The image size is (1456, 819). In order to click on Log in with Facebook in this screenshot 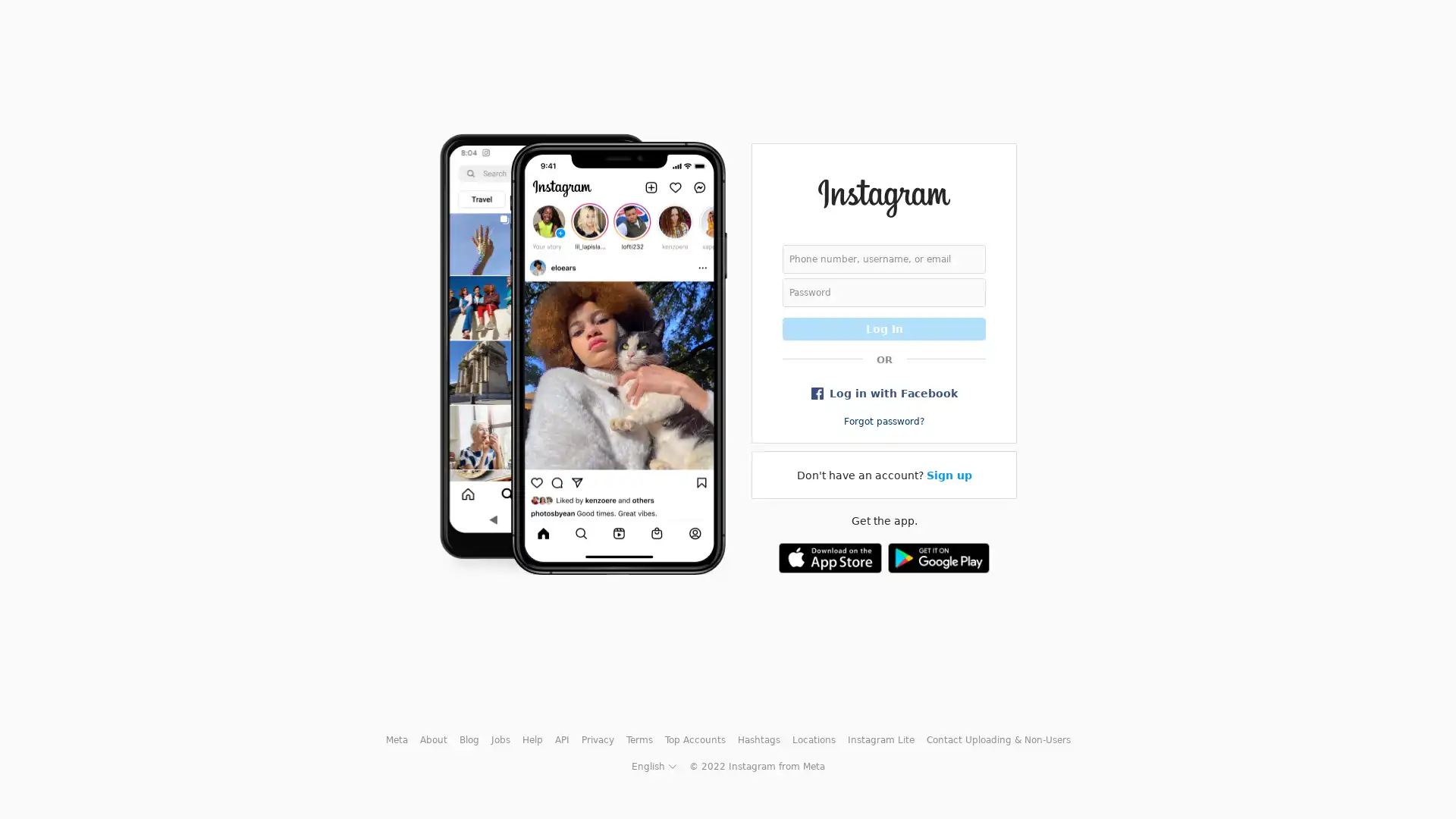, I will do `click(884, 391)`.